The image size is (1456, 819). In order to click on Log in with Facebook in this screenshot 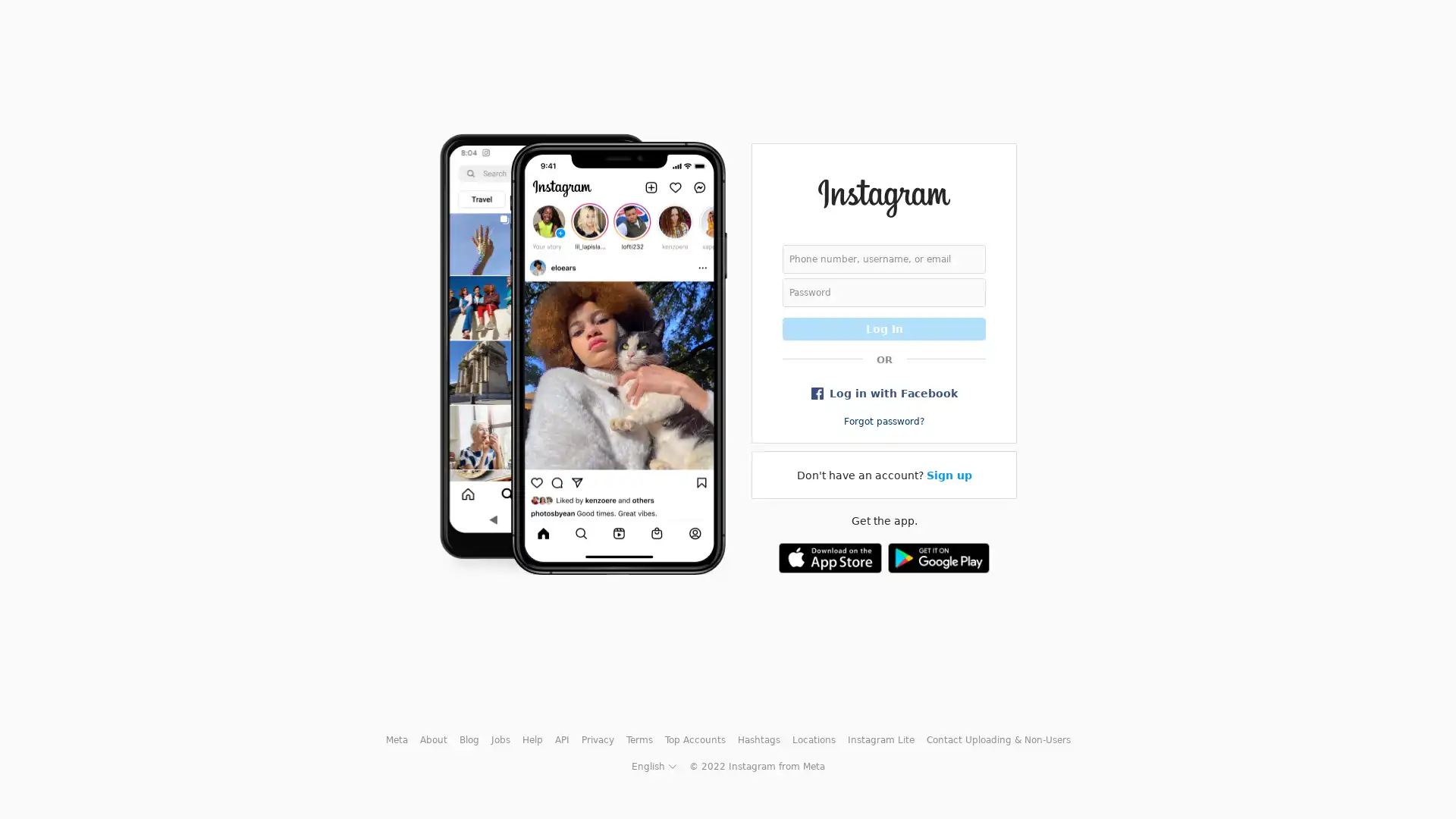, I will do `click(884, 391)`.